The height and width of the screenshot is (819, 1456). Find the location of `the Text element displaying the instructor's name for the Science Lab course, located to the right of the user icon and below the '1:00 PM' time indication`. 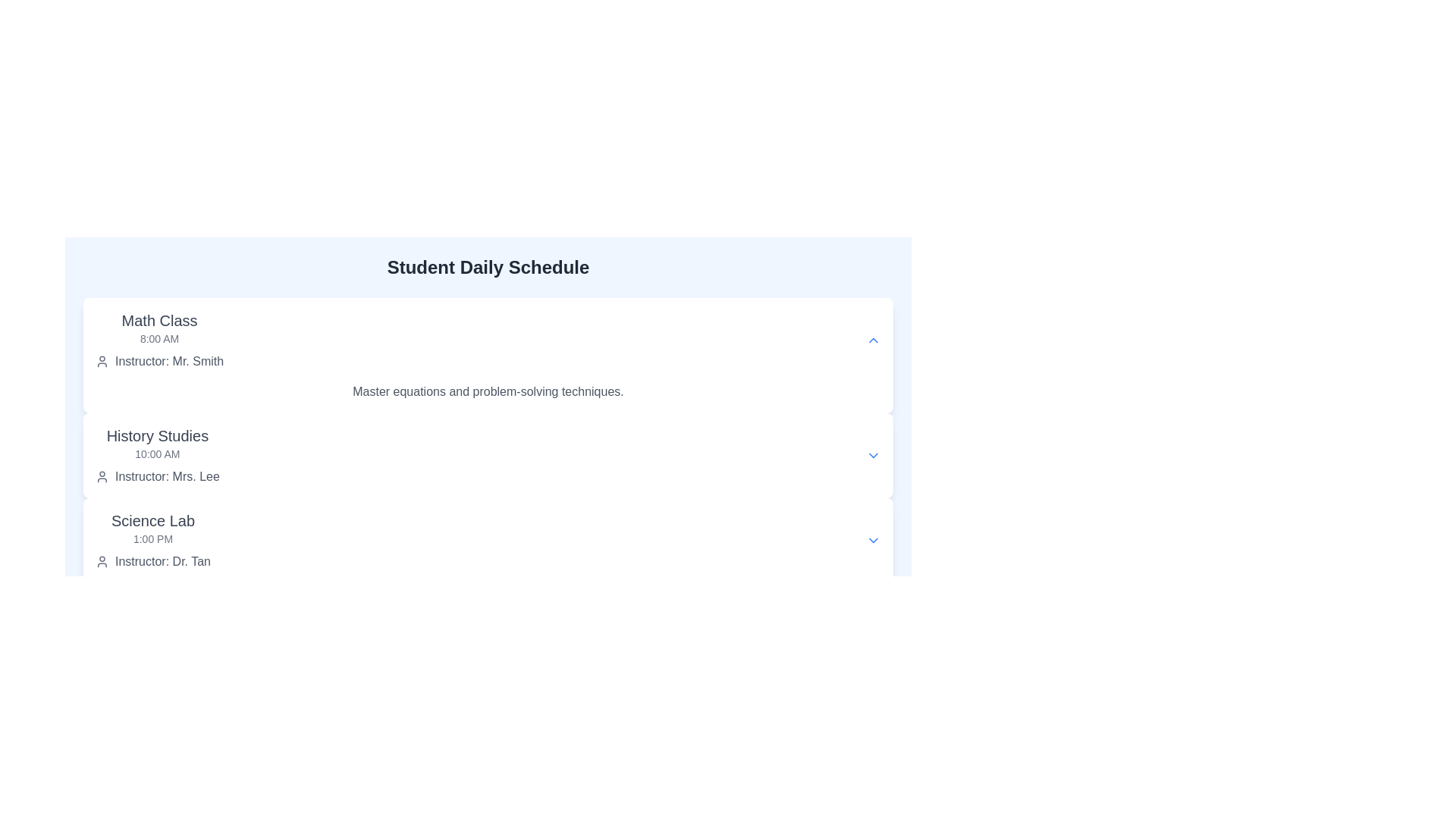

the Text element displaying the instructor's name for the Science Lab course, located to the right of the user icon and below the '1:00 PM' time indication is located at coordinates (163, 561).